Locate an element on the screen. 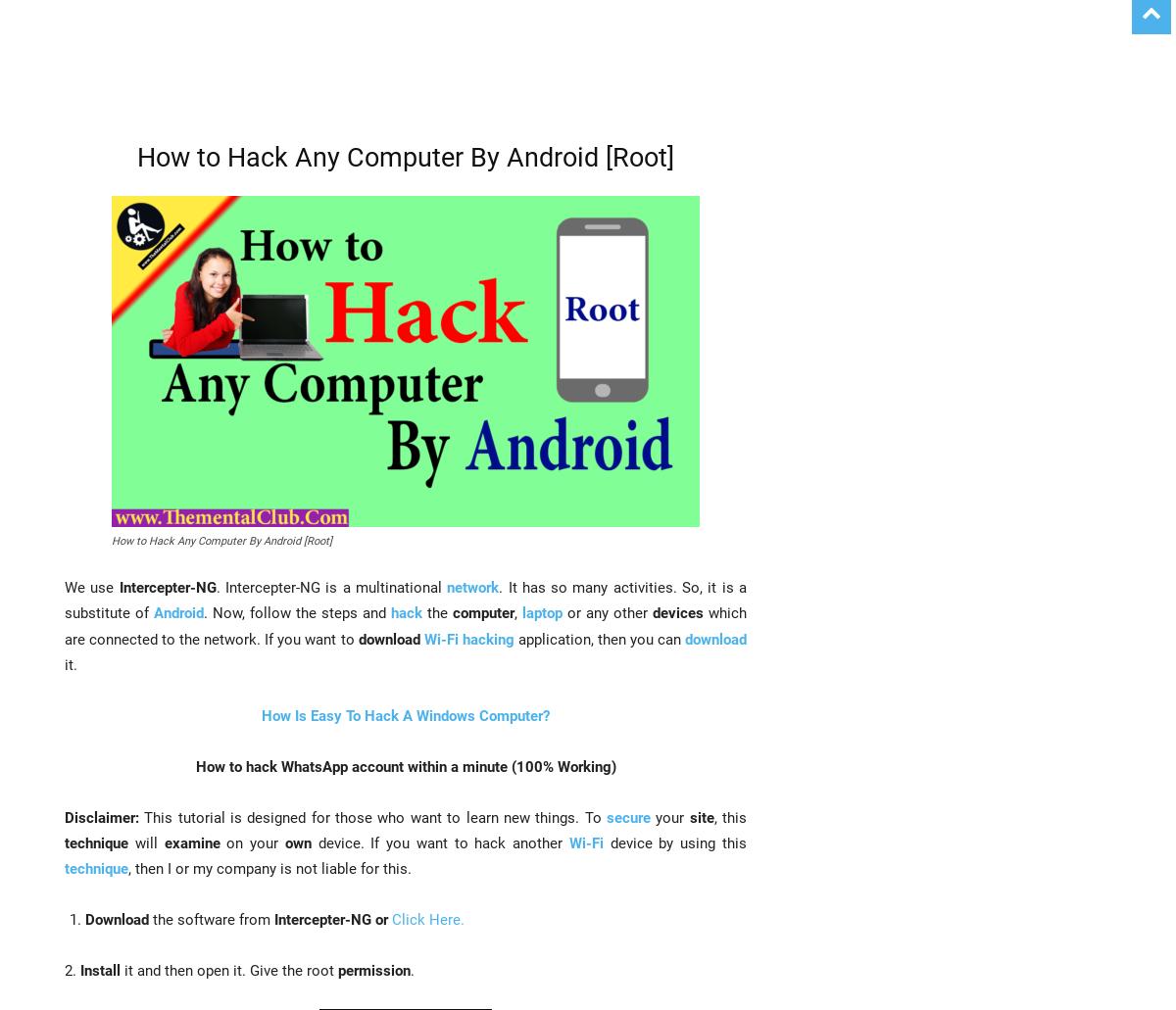 The image size is (1176, 1010). 'Install' is located at coordinates (79, 969).